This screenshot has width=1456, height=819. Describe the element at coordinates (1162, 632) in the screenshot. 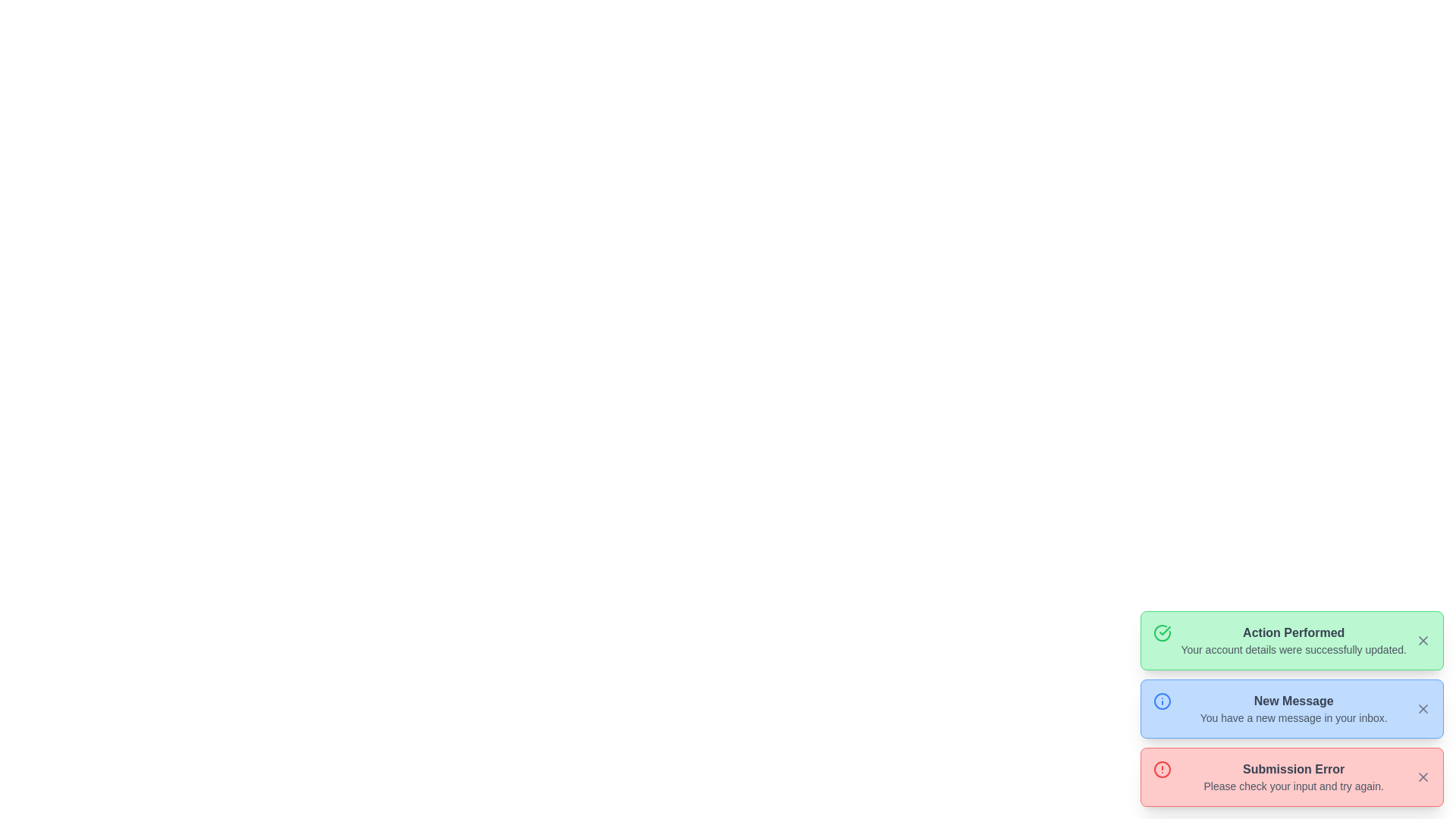

I see `the success icon located near the top-left corner of the green notification box labeled 'Action Performed' to provide visual confirmation of the action's success` at that location.